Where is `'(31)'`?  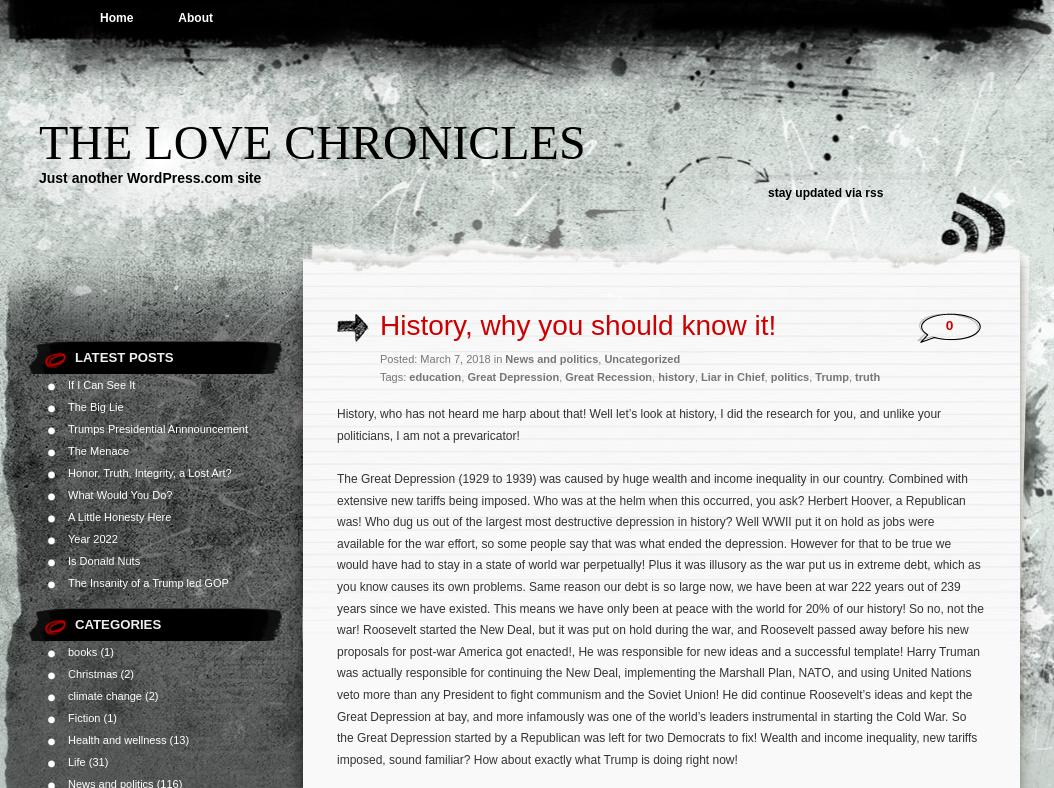
'(31)' is located at coordinates (95, 761).